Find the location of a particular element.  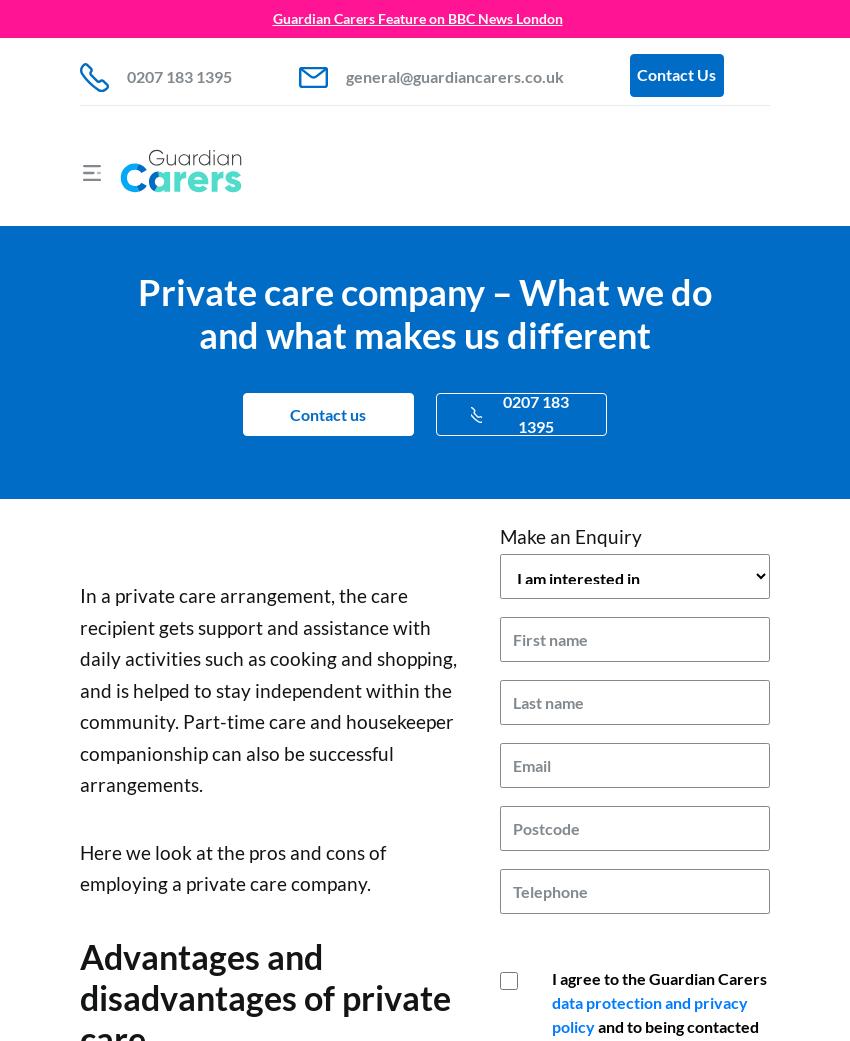

'Make an Enquiry' is located at coordinates (571, 536).